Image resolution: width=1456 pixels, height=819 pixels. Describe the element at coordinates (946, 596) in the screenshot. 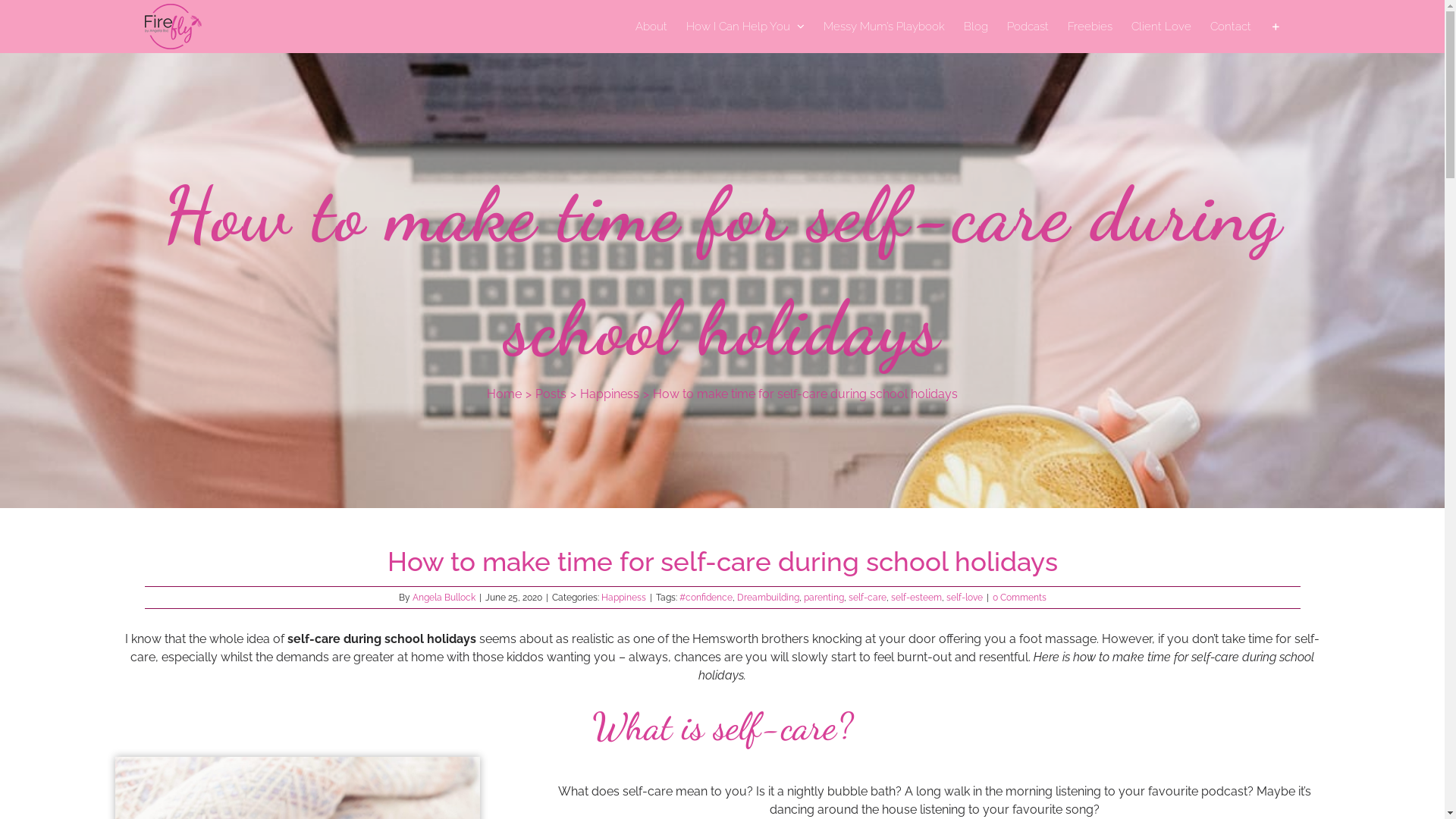

I see `'self-love'` at that location.